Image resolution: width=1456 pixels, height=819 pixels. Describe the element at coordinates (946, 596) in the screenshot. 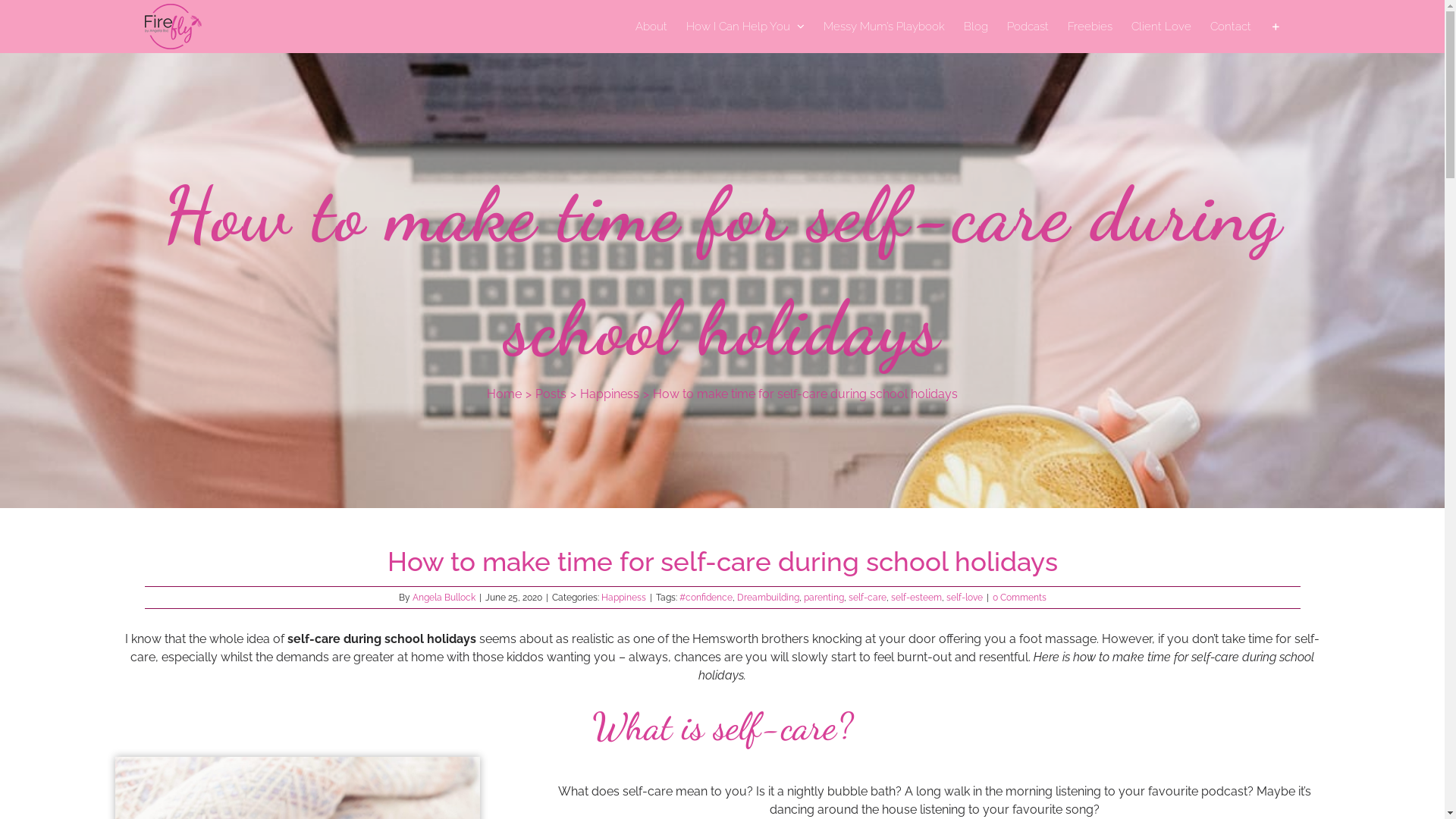

I see `'self-love'` at that location.